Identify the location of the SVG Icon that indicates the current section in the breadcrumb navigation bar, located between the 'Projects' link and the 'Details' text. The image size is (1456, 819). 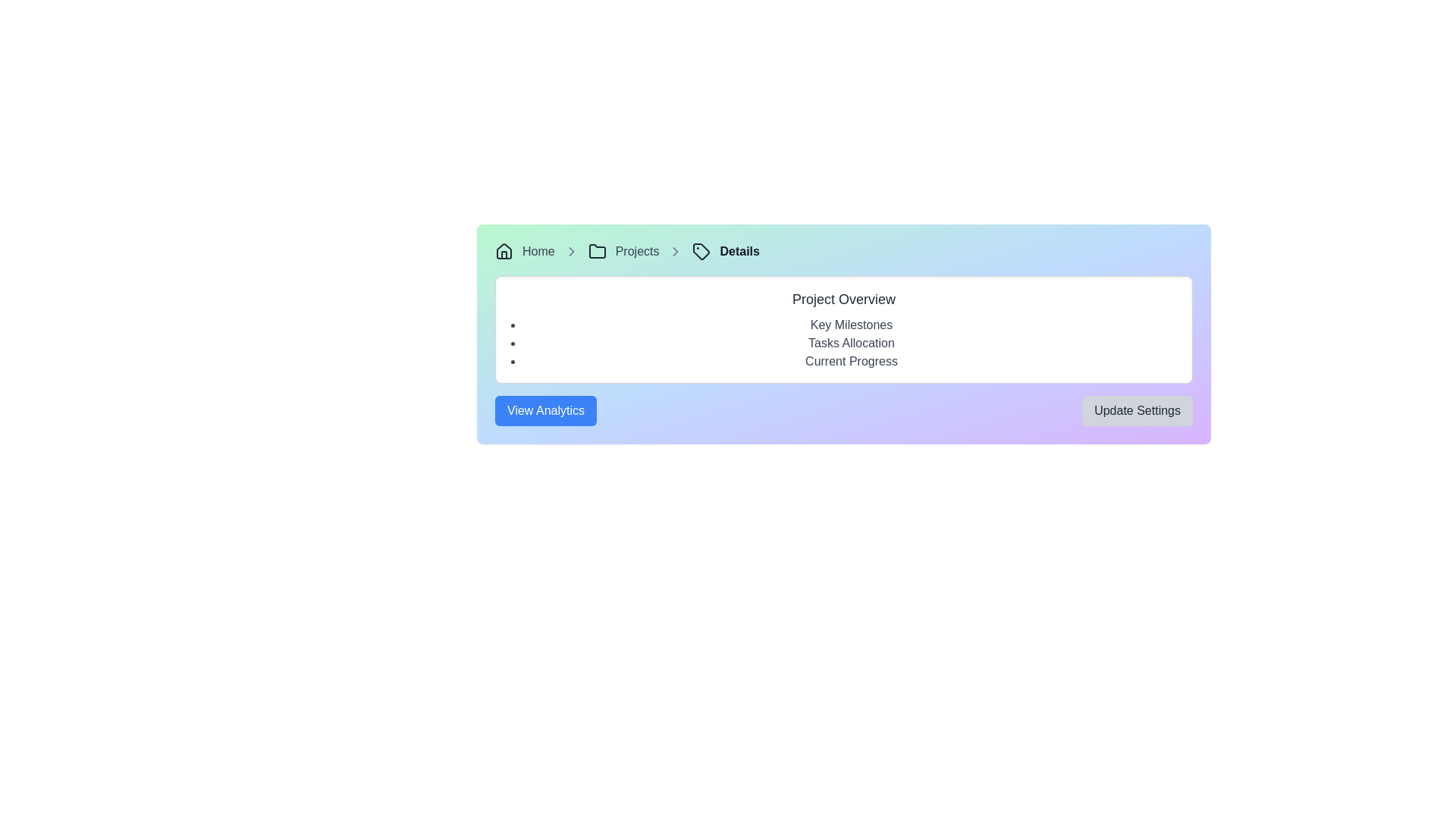
(701, 250).